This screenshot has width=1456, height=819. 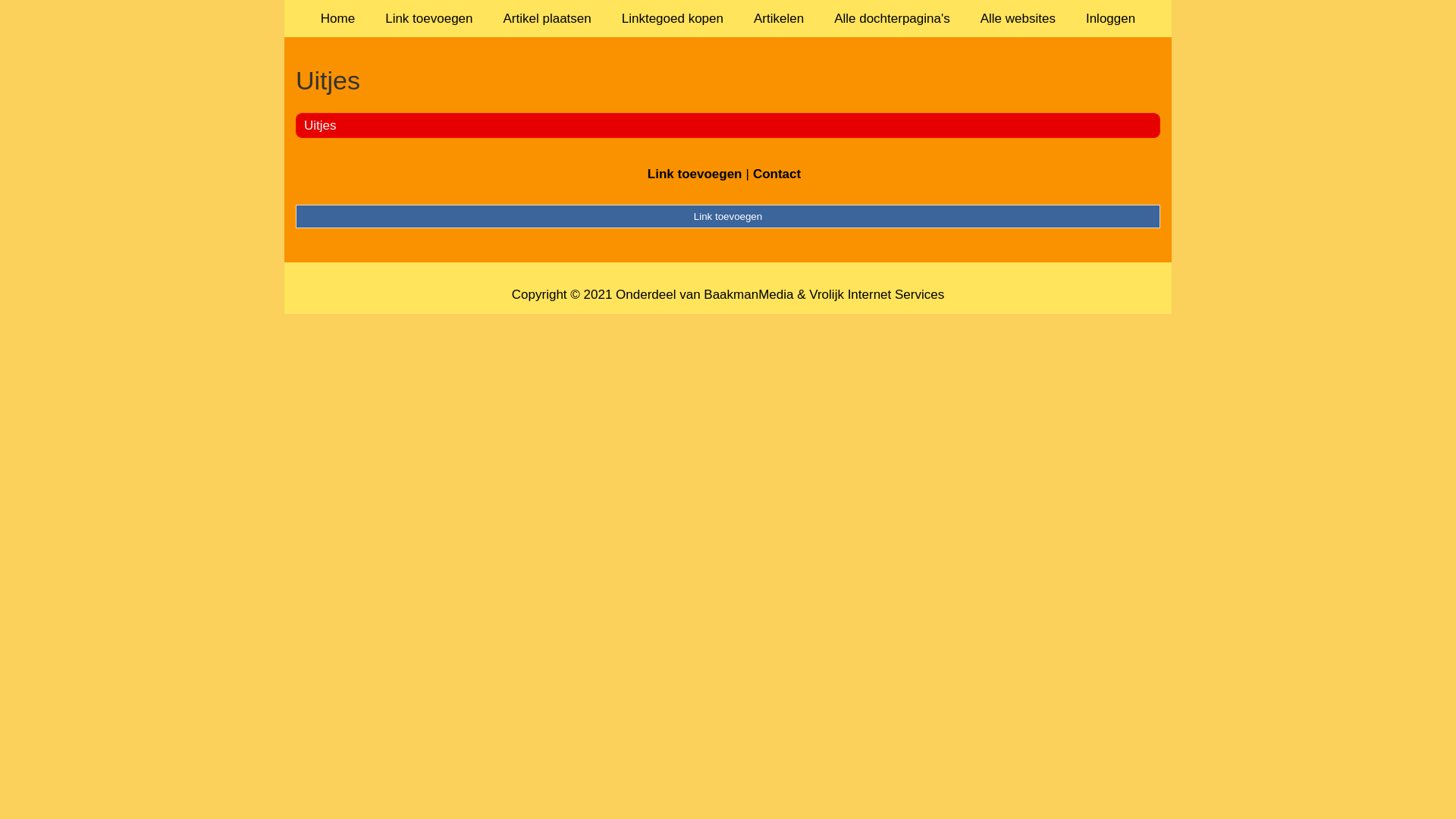 What do you see at coordinates (892, 18) in the screenshot?
I see `'Alle dochterpagina's'` at bounding box center [892, 18].